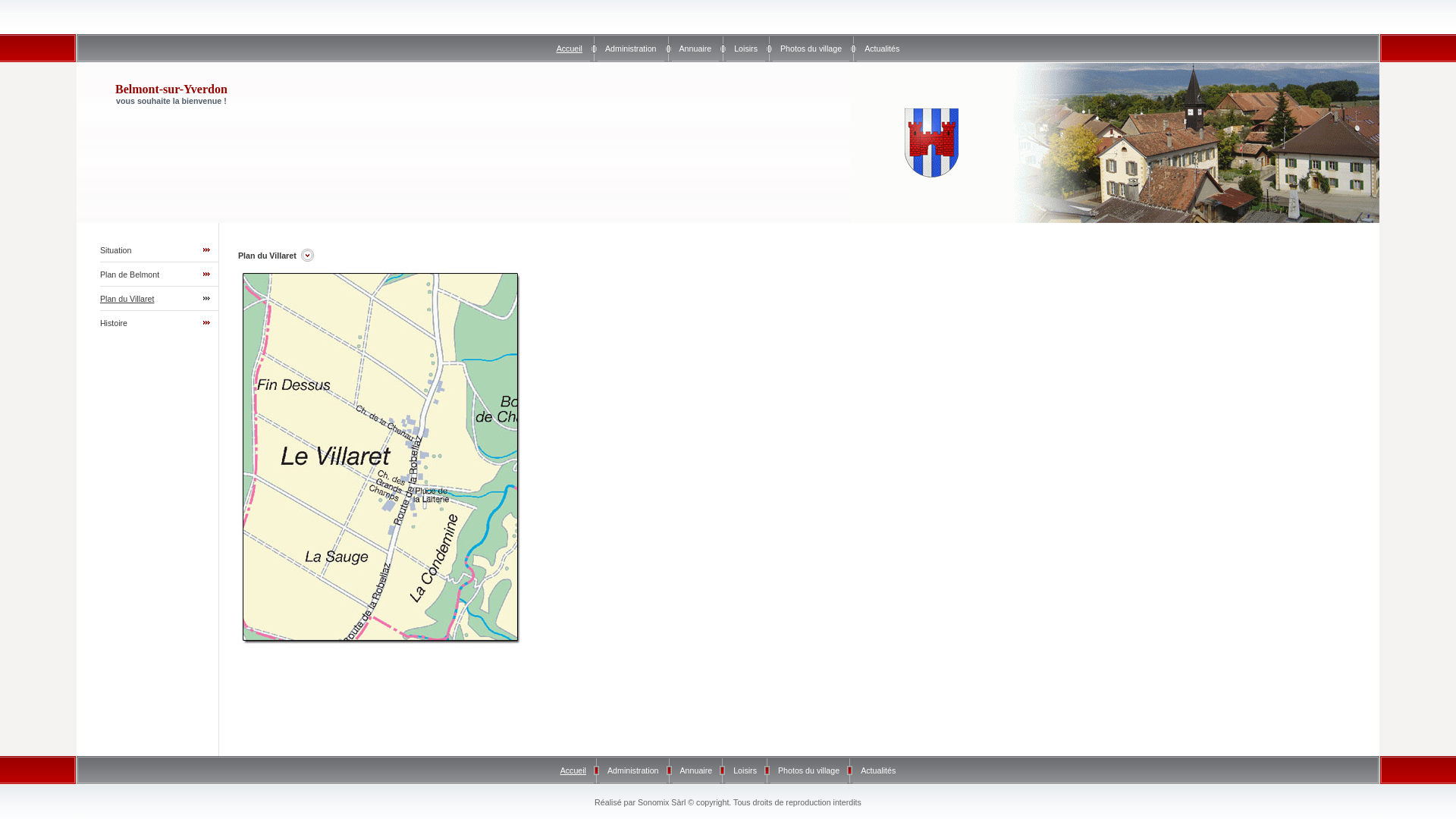 The width and height of the screenshot is (1456, 819). I want to click on 'Situation', so click(99, 249).